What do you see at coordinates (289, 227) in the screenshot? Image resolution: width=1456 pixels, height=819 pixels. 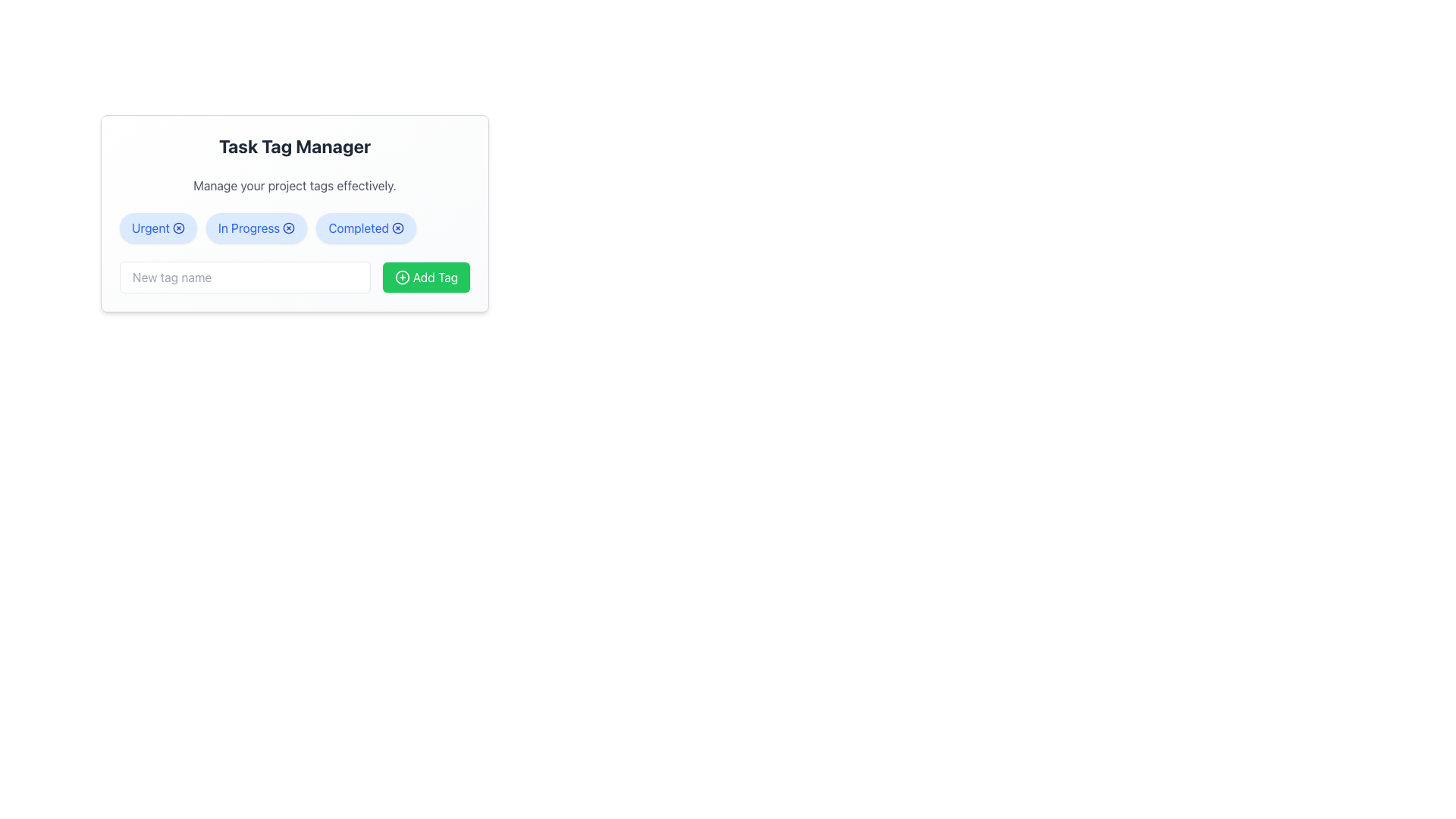 I see `the close button represented by the SVG Circle, which is centrally placed inside the close button icon adjacent to the 'In Progress' tag` at bounding box center [289, 227].